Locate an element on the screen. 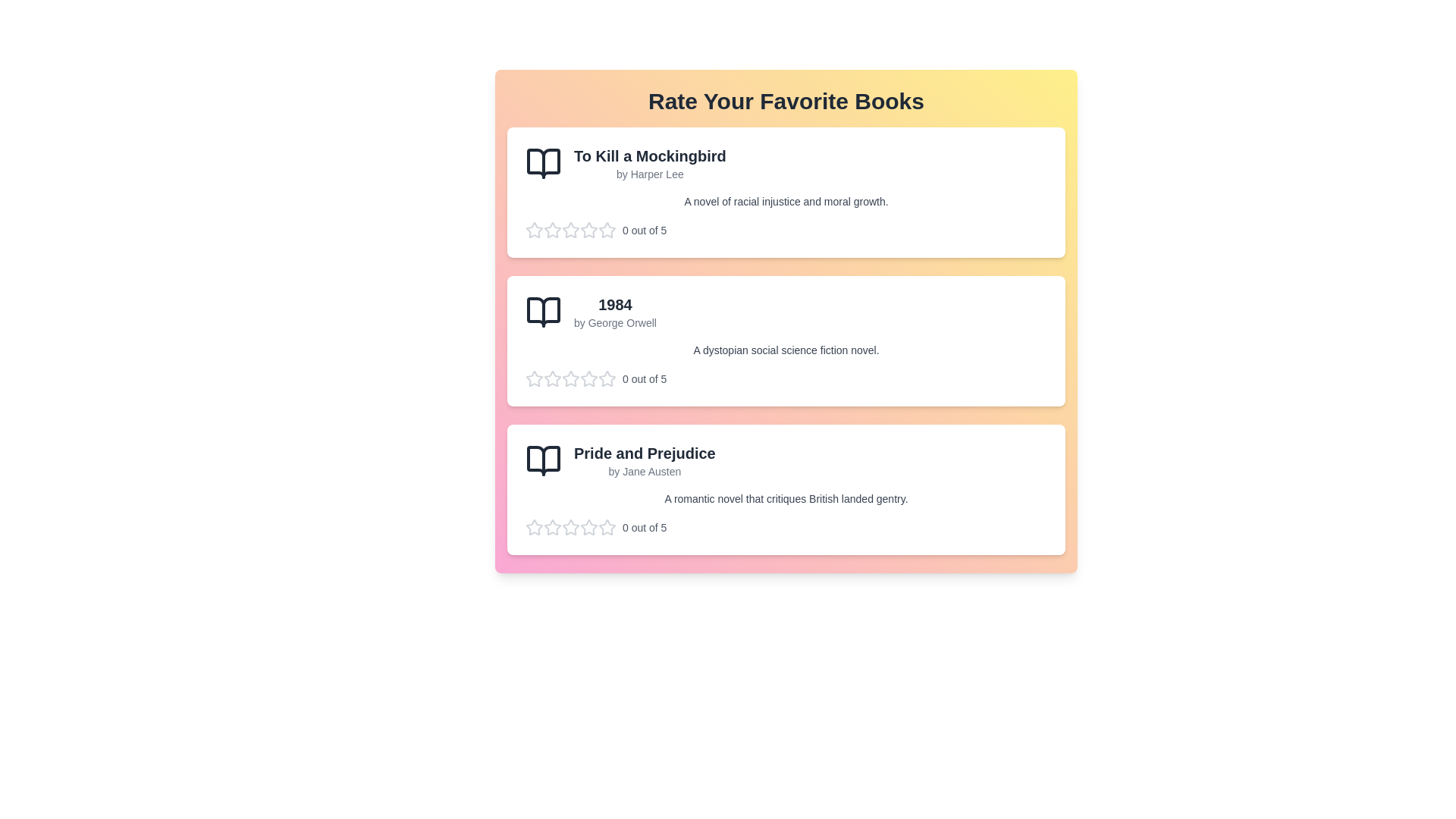  the open book icon located as the leftmost graphical icon within the first card of vertically stacked cards, representing the book being described next to it is located at coordinates (543, 164).